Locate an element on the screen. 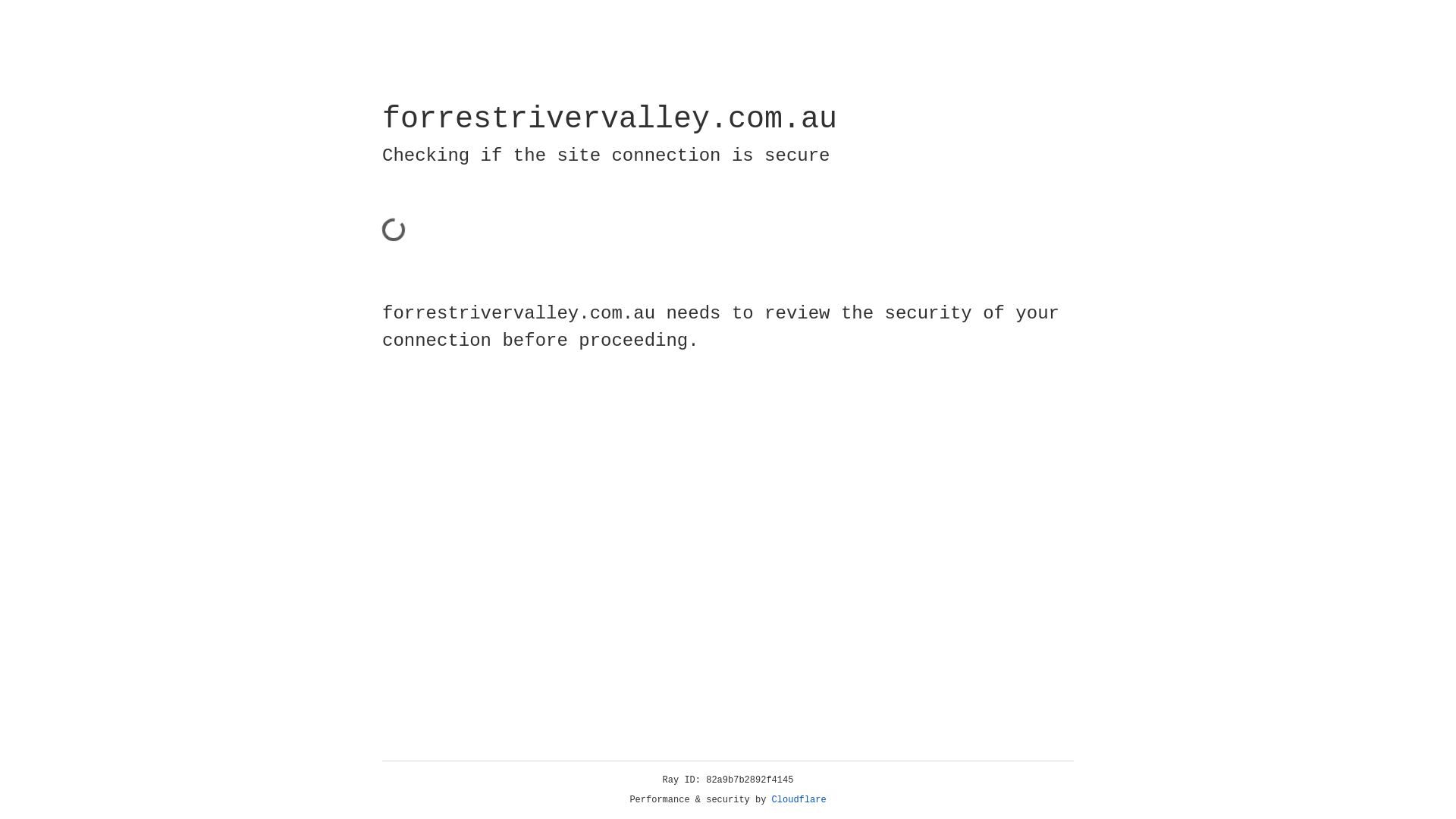 The image size is (1456, 819). 'Cloudflare' is located at coordinates (799, 799).